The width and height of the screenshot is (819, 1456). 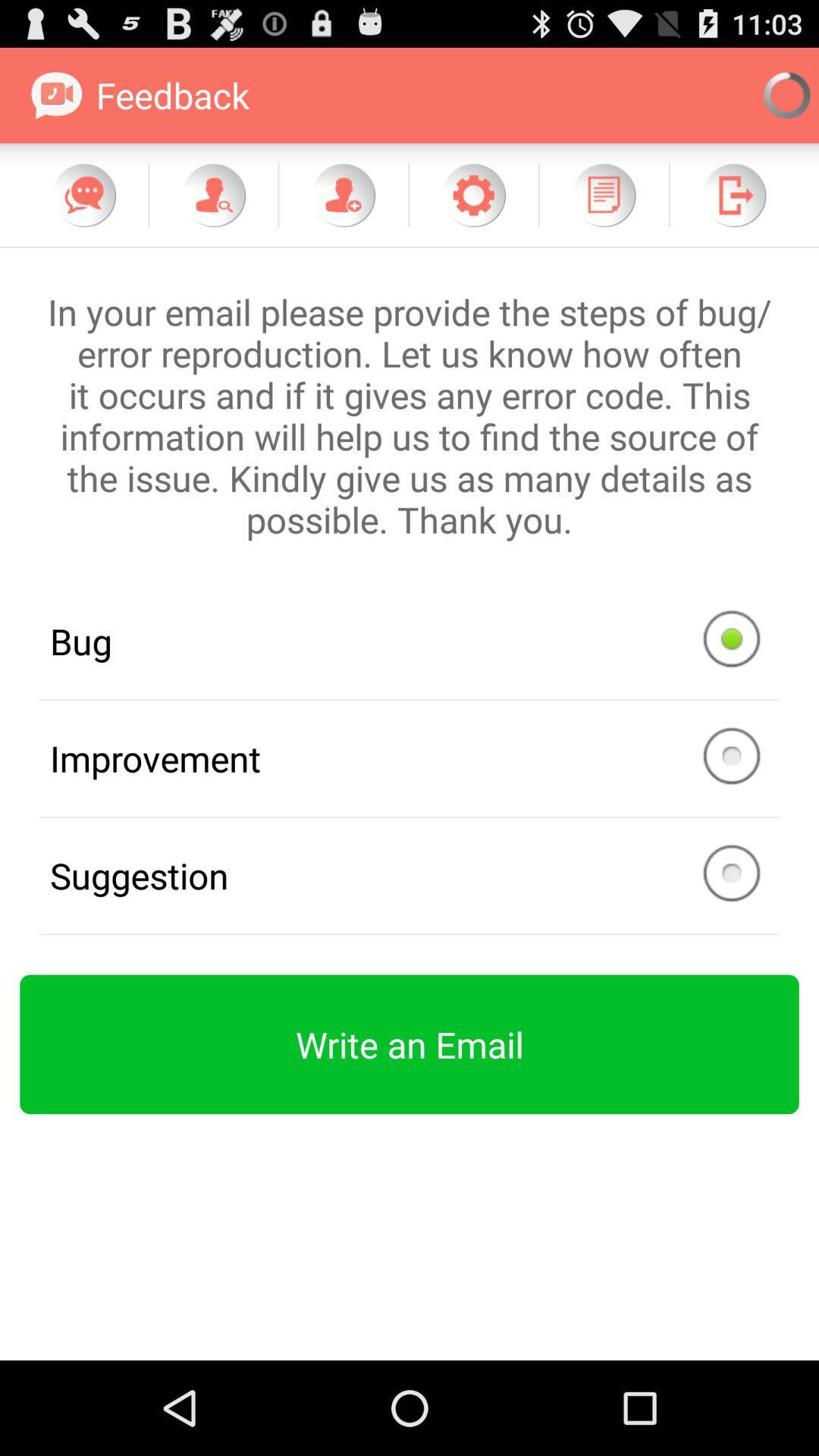 What do you see at coordinates (84, 194) in the screenshot?
I see `send a text message` at bounding box center [84, 194].